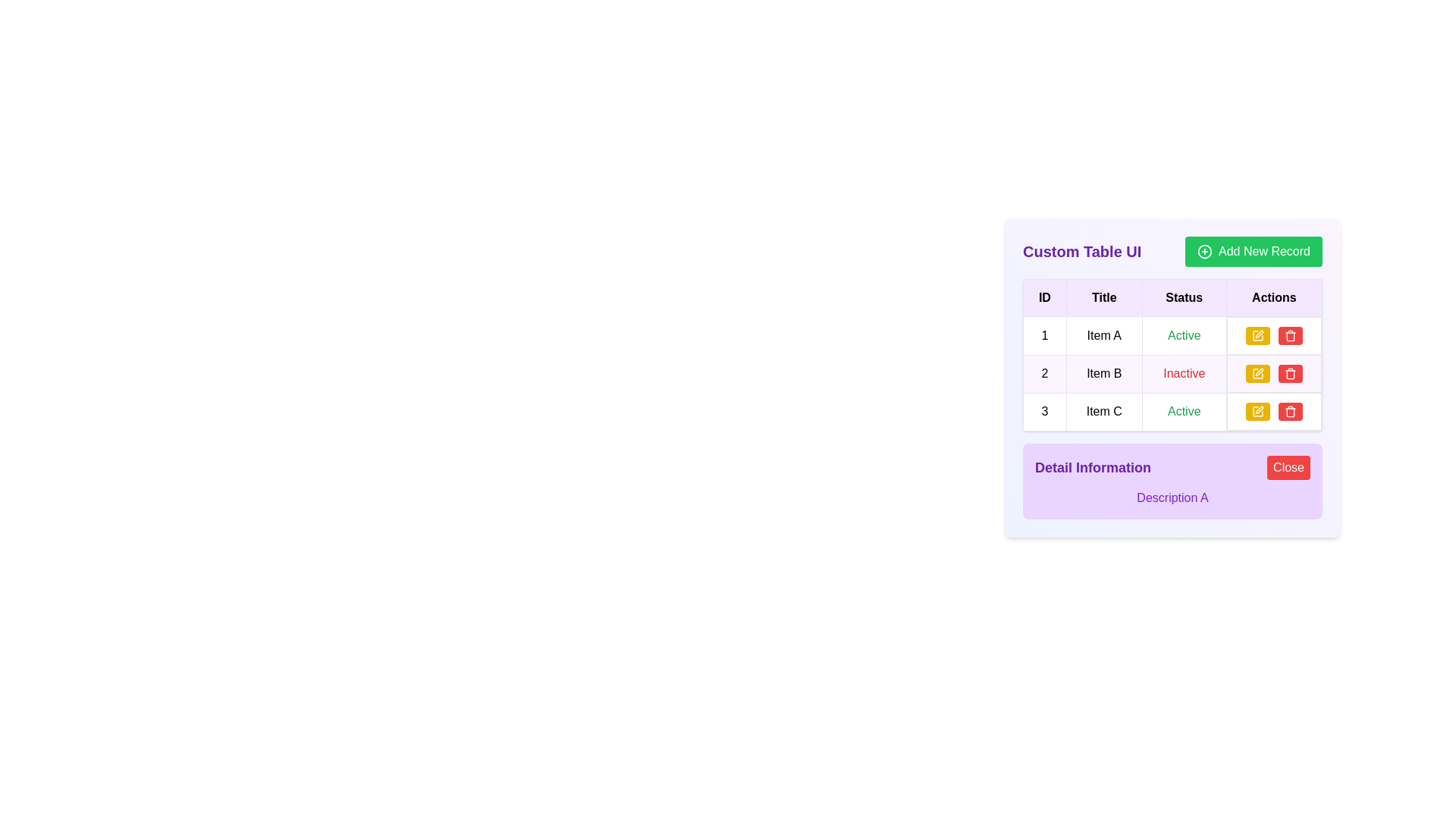 This screenshot has height=819, width=1456. I want to click on the bright yellow button with rounded corners and a pen icon located in the 'Actions' column of the second row to initiate editing, so click(1257, 374).